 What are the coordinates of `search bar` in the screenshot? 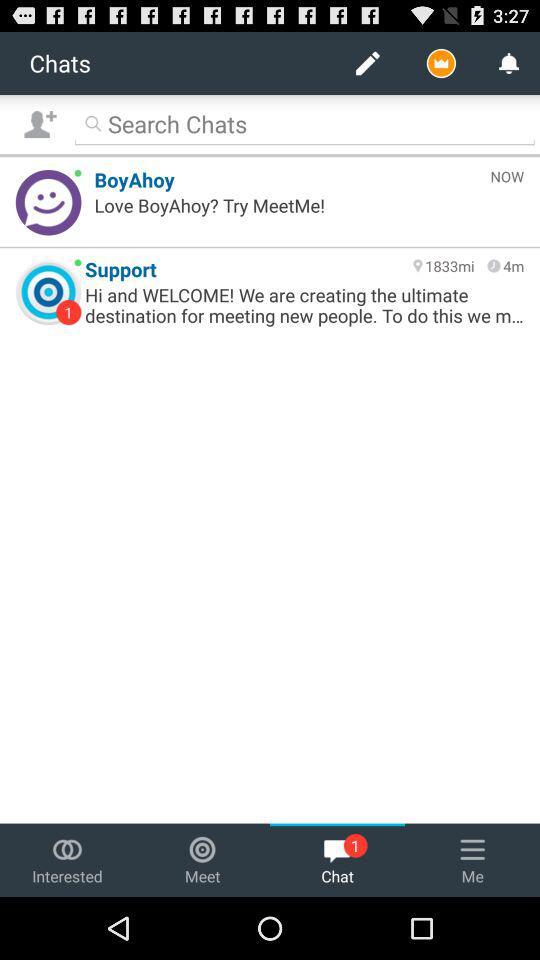 It's located at (303, 123).